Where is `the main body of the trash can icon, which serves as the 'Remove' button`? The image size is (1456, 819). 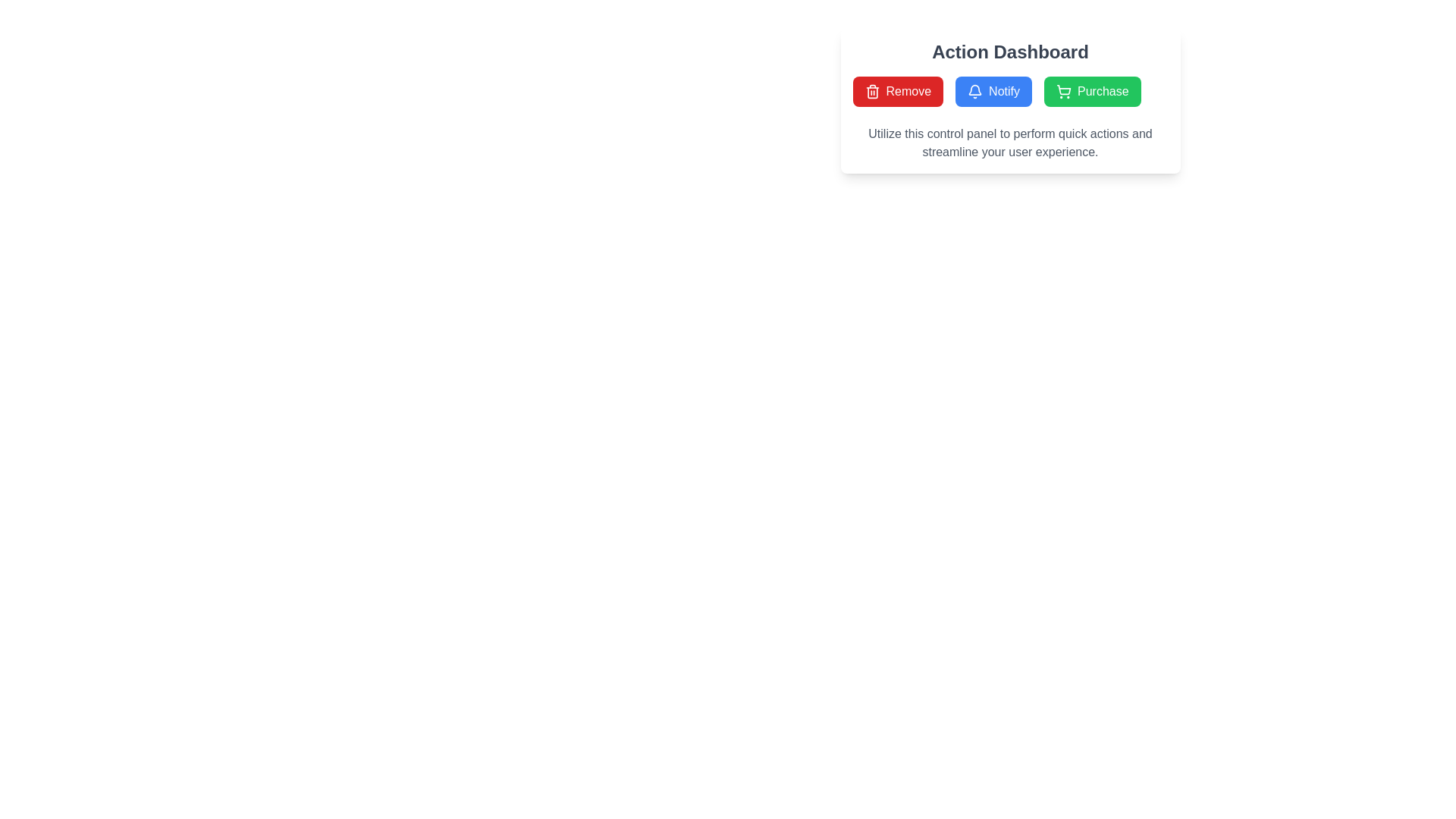
the main body of the trash can icon, which serves as the 'Remove' button is located at coordinates (872, 93).